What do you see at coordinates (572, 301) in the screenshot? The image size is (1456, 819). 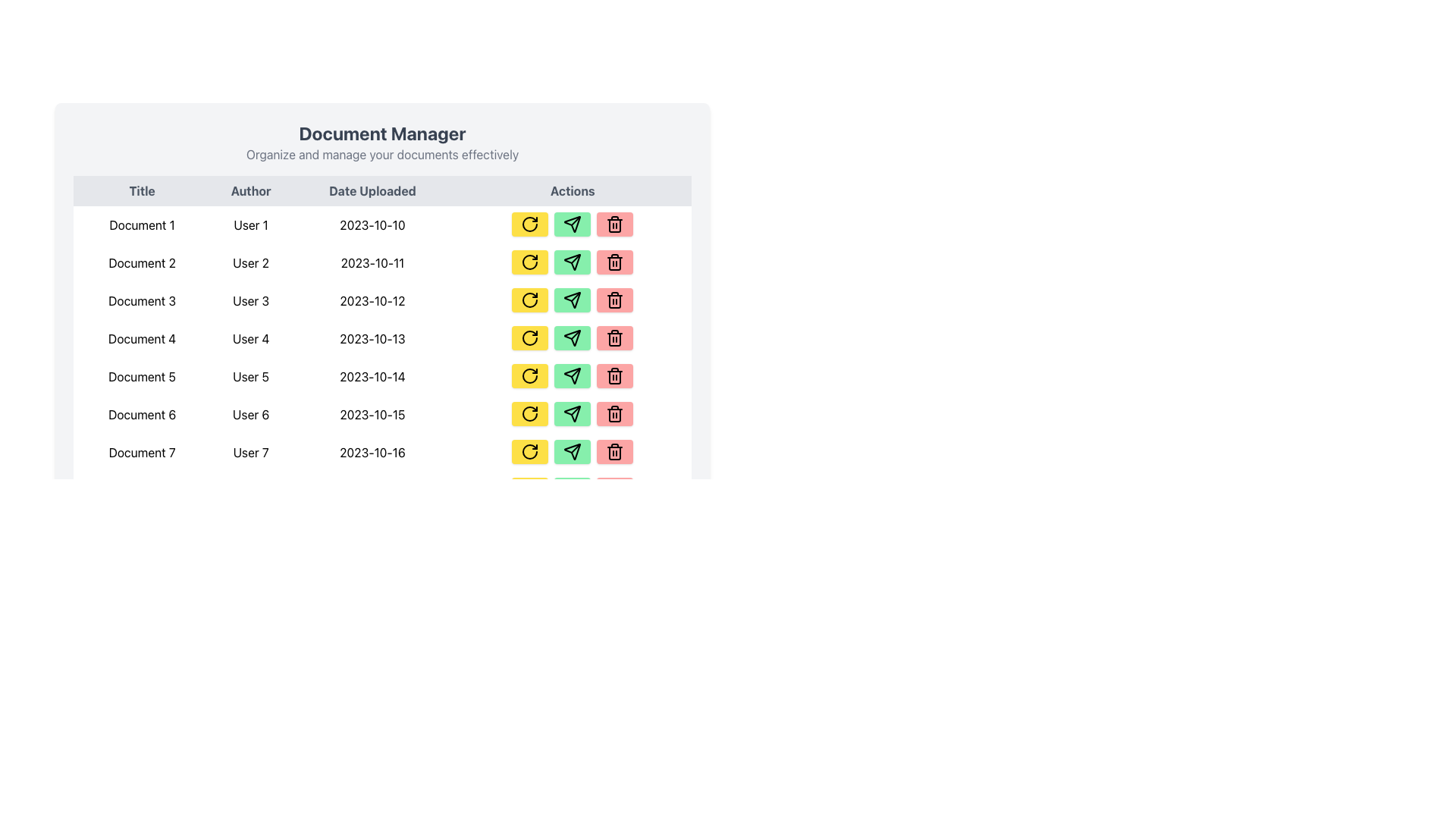 I see `the second button in the 'Actions' column for 'Document 3'` at bounding box center [572, 301].